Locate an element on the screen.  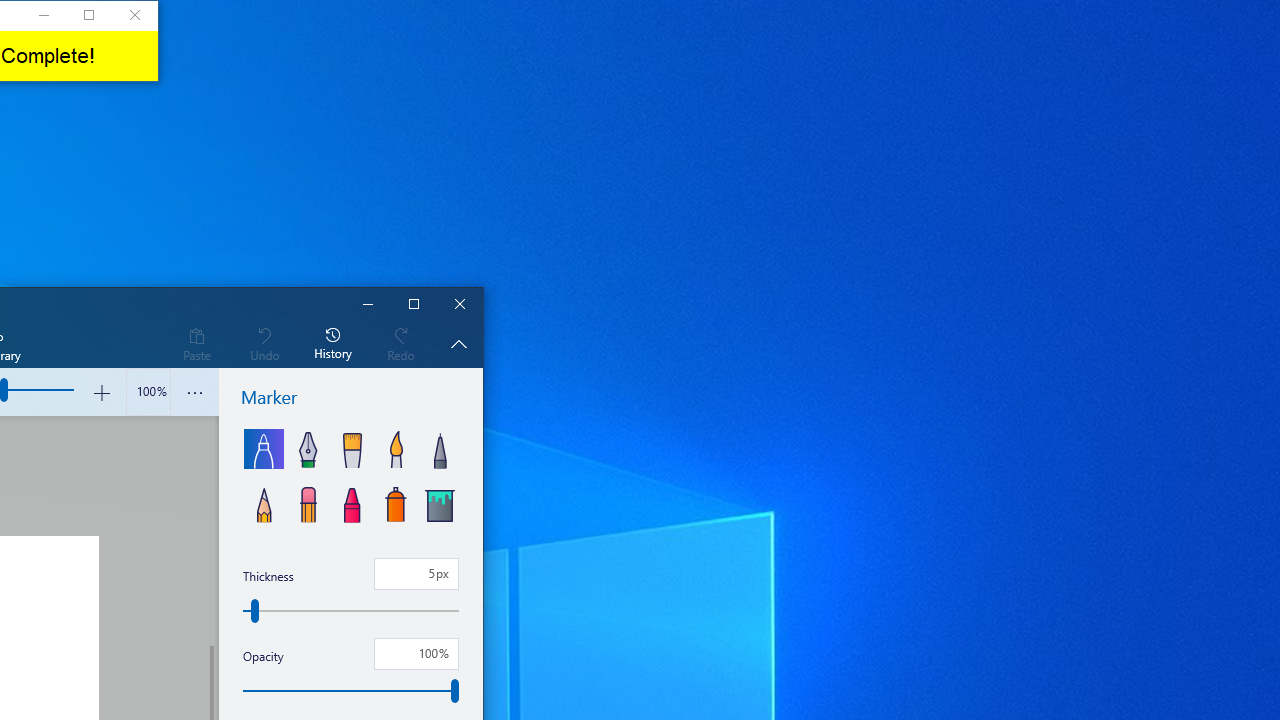
'Fill' is located at coordinates (438, 501).